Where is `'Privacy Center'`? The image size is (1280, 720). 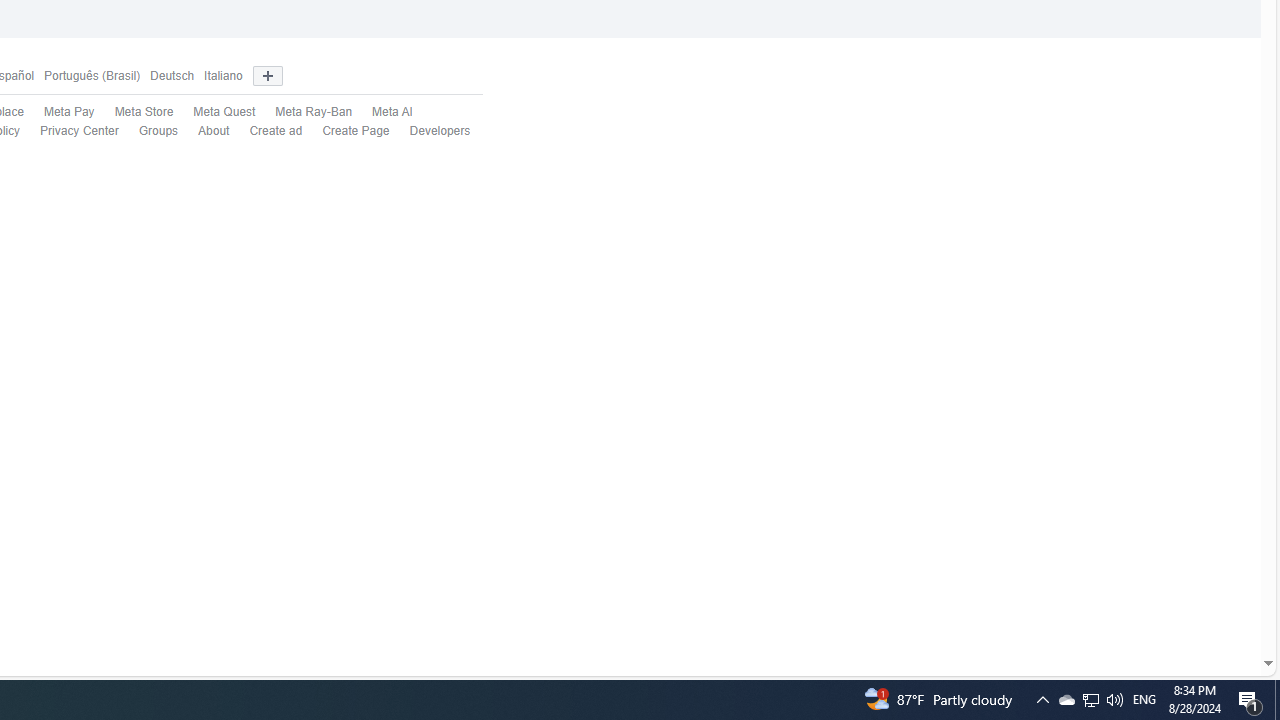 'Privacy Center' is located at coordinates (79, 131).